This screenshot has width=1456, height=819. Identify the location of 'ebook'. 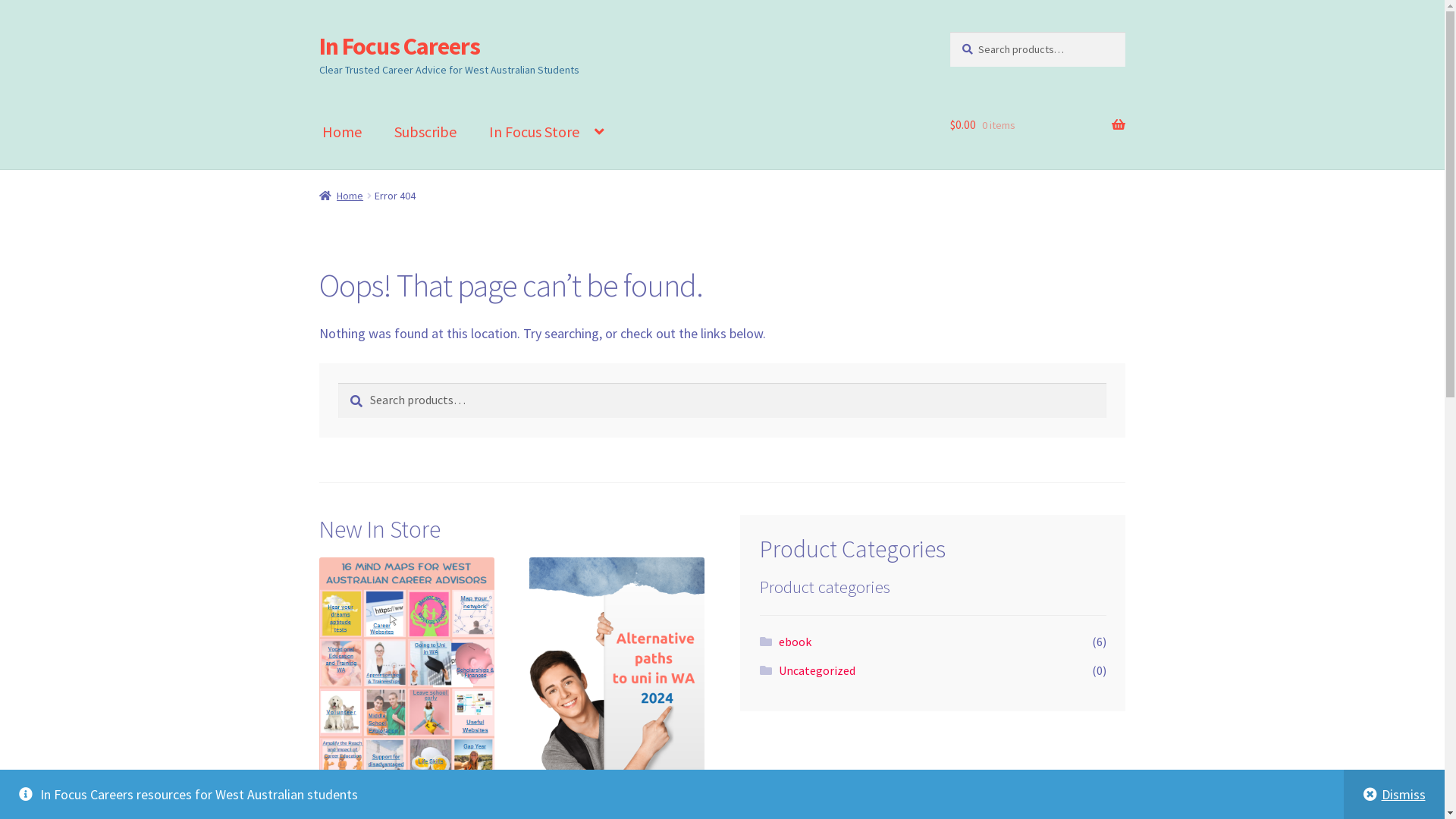
(794, 641).